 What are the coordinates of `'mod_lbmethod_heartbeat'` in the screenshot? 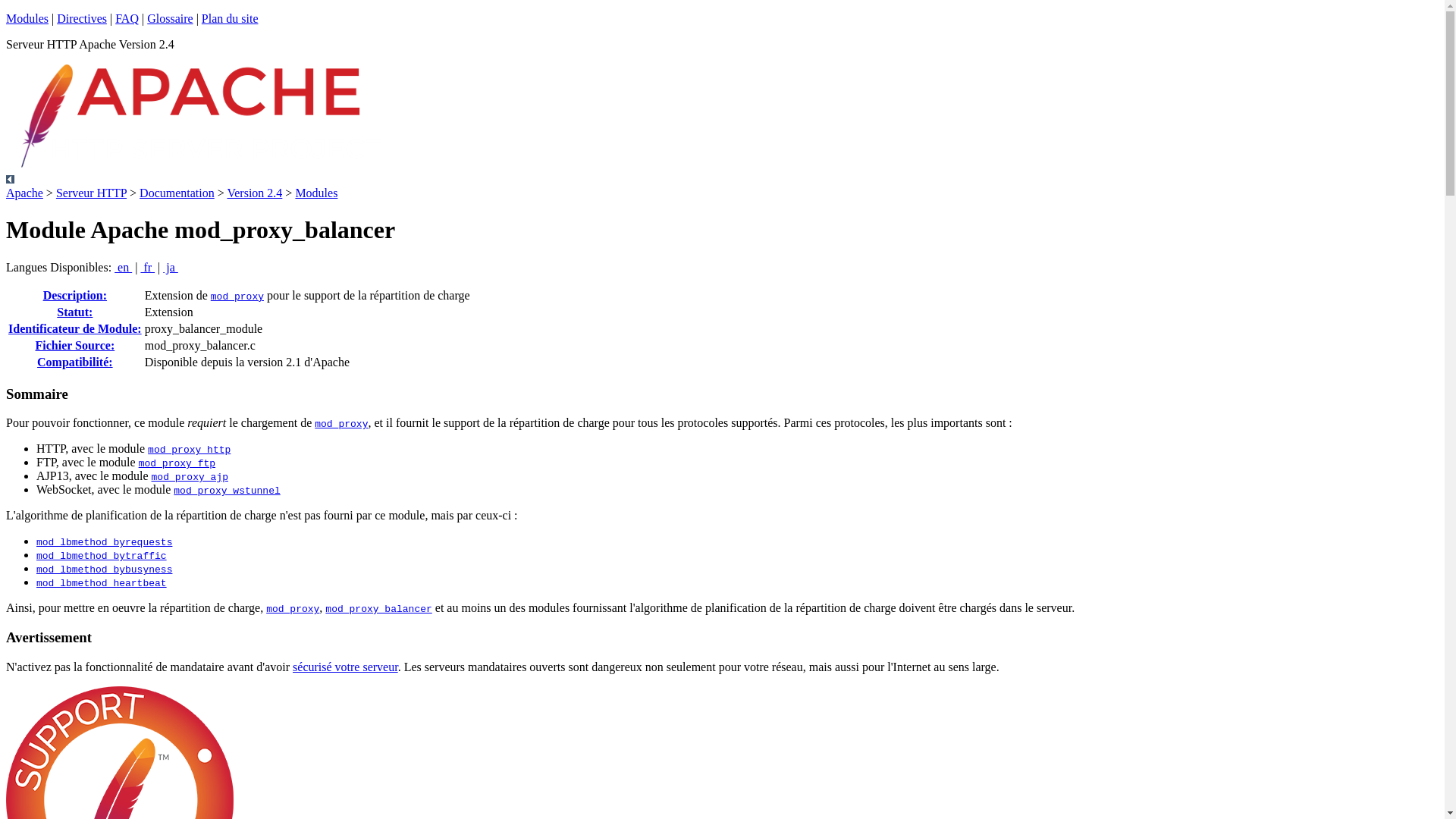 It's located at (36, 582).